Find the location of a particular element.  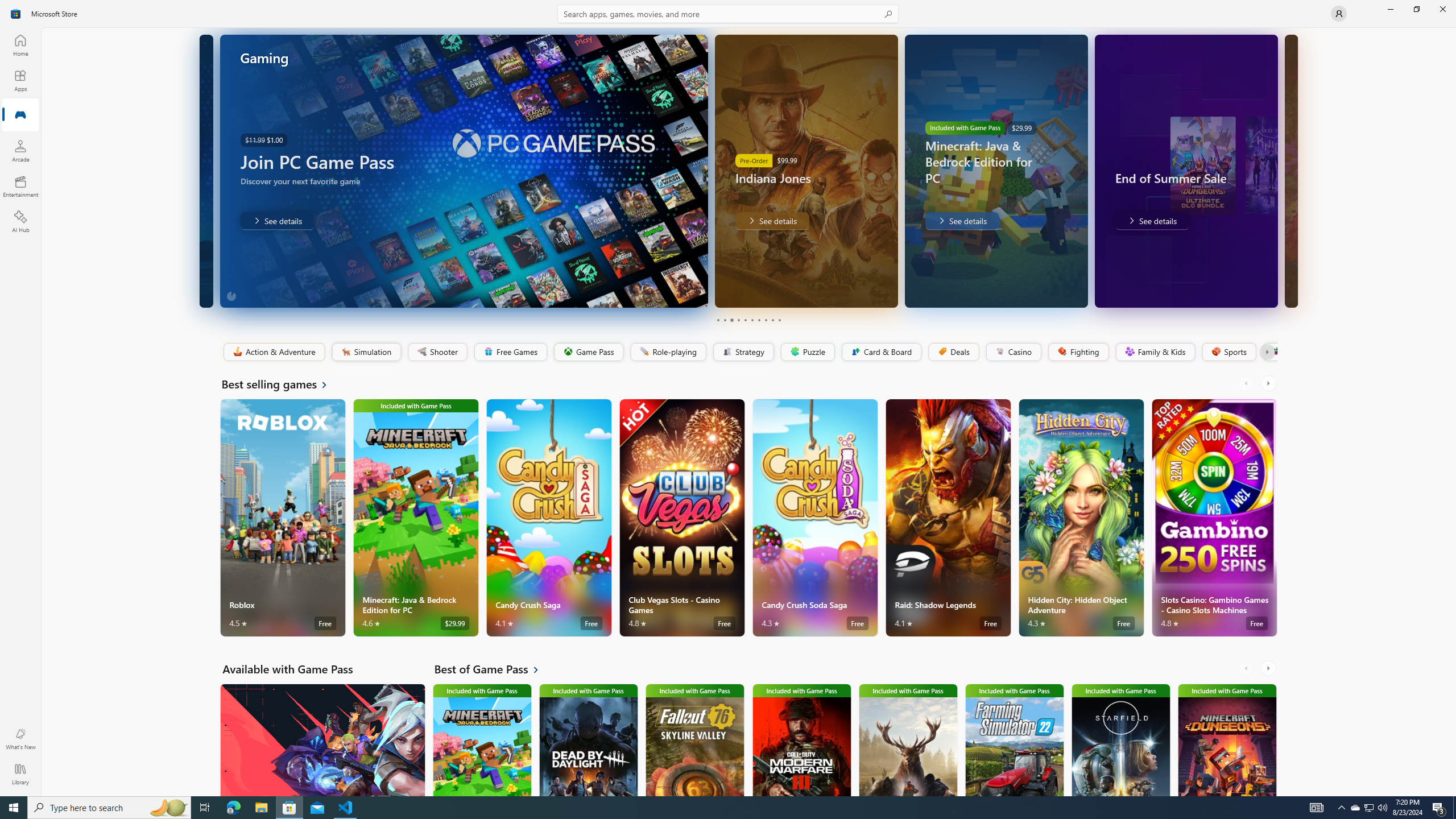

'Pager' is located at coordinates (748, 320).